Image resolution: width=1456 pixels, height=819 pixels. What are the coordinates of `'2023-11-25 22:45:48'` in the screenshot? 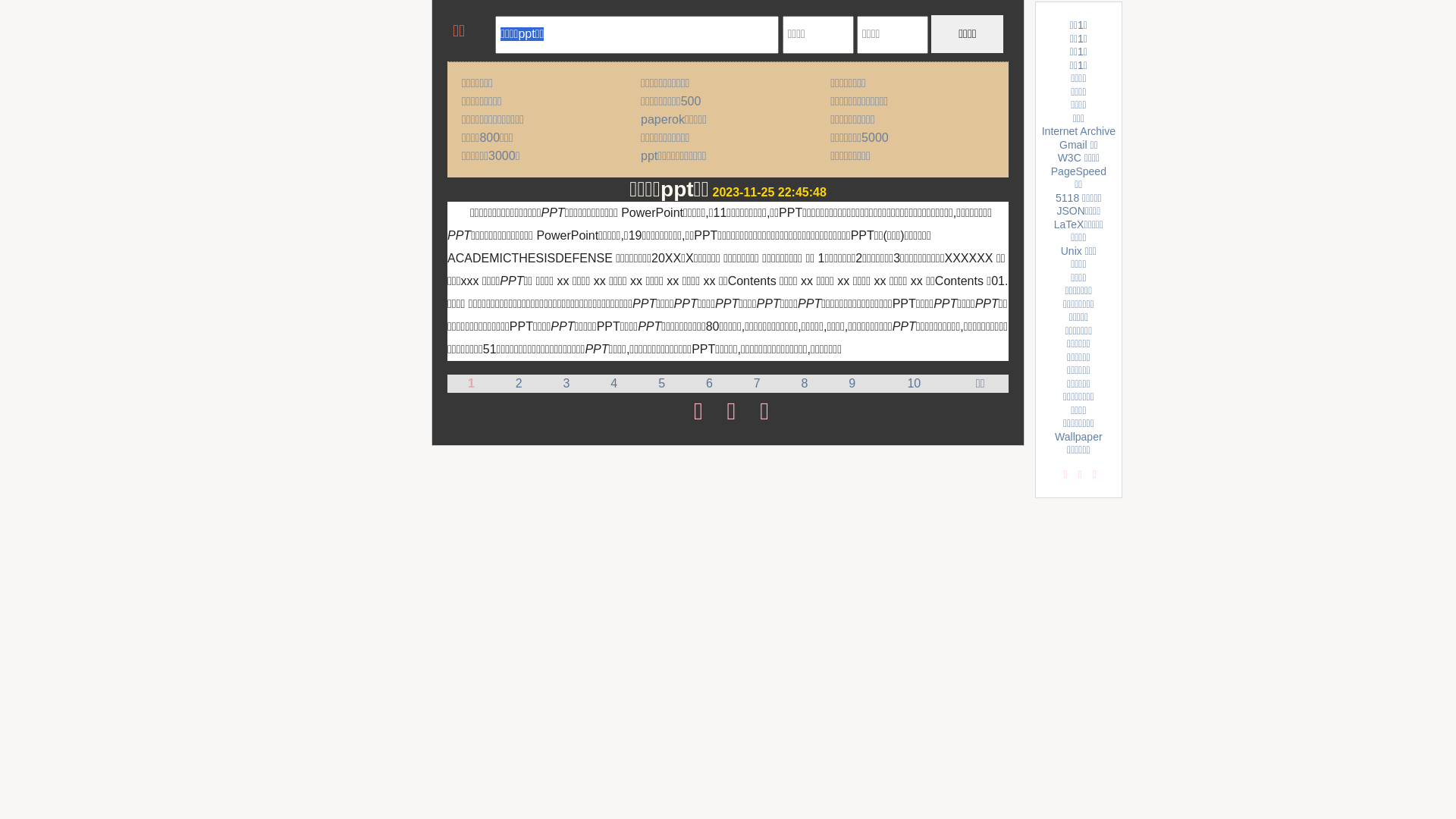 It's located at (769, 191).